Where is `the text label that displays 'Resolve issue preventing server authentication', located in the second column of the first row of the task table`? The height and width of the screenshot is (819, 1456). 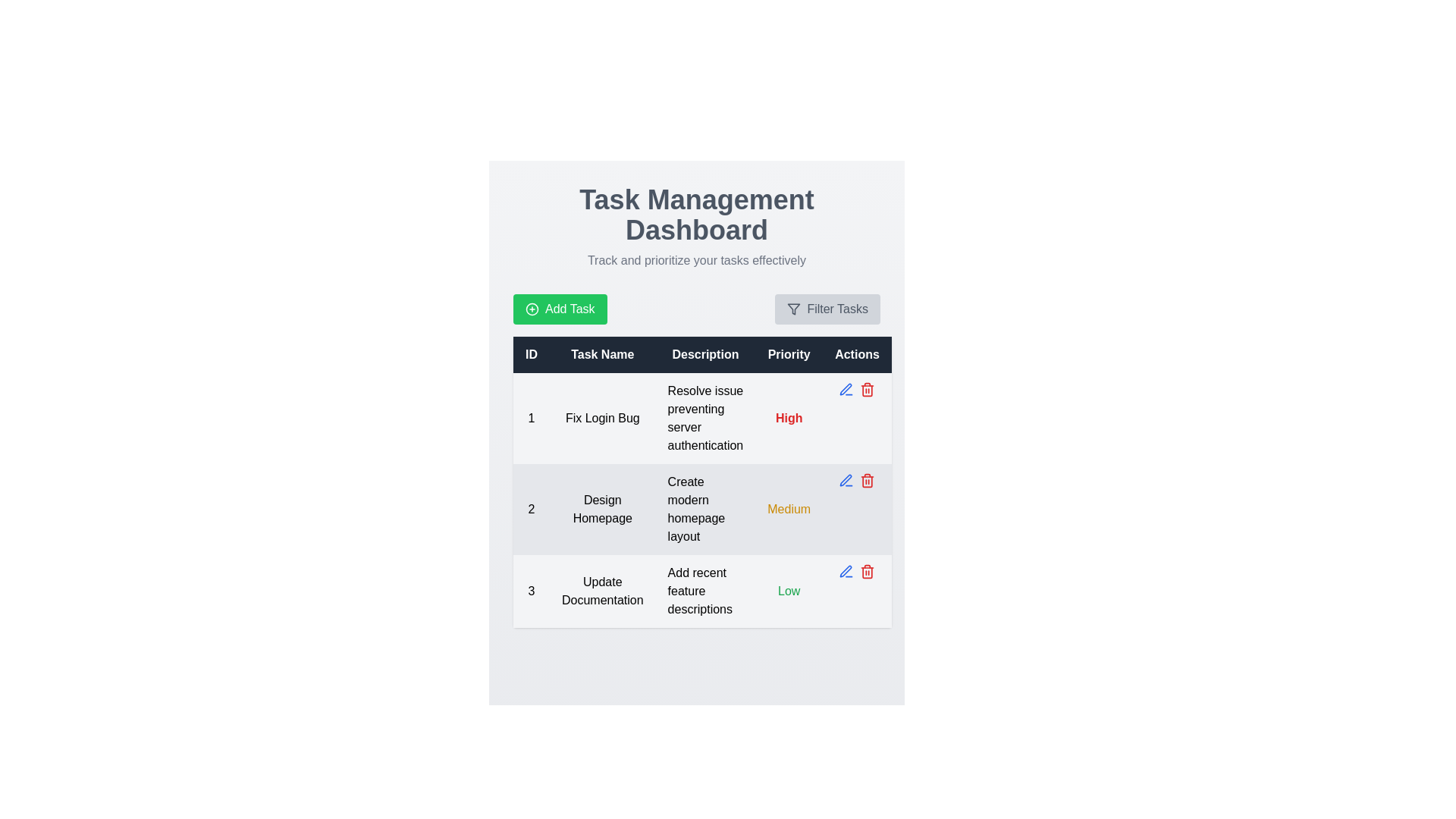 the text label that displays 'Resolve issue preventing server authentication', located in the second column of the first row of the task table is located at coordinates (704, 418).